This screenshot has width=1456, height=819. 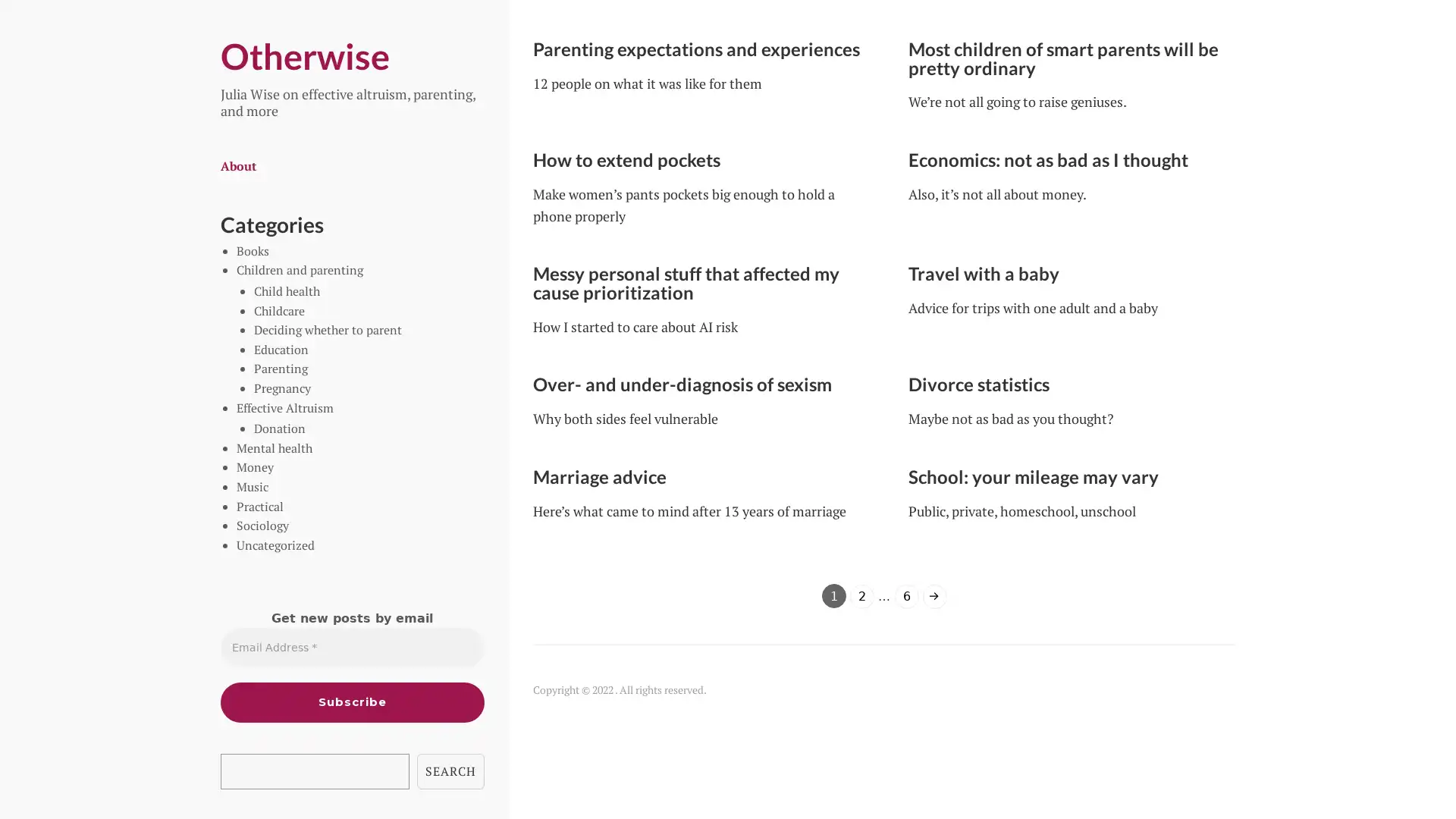 What do you see at coordinates (450, 771) in the screenshot?
I see `SEARCH` at bounding box center [450, 771].